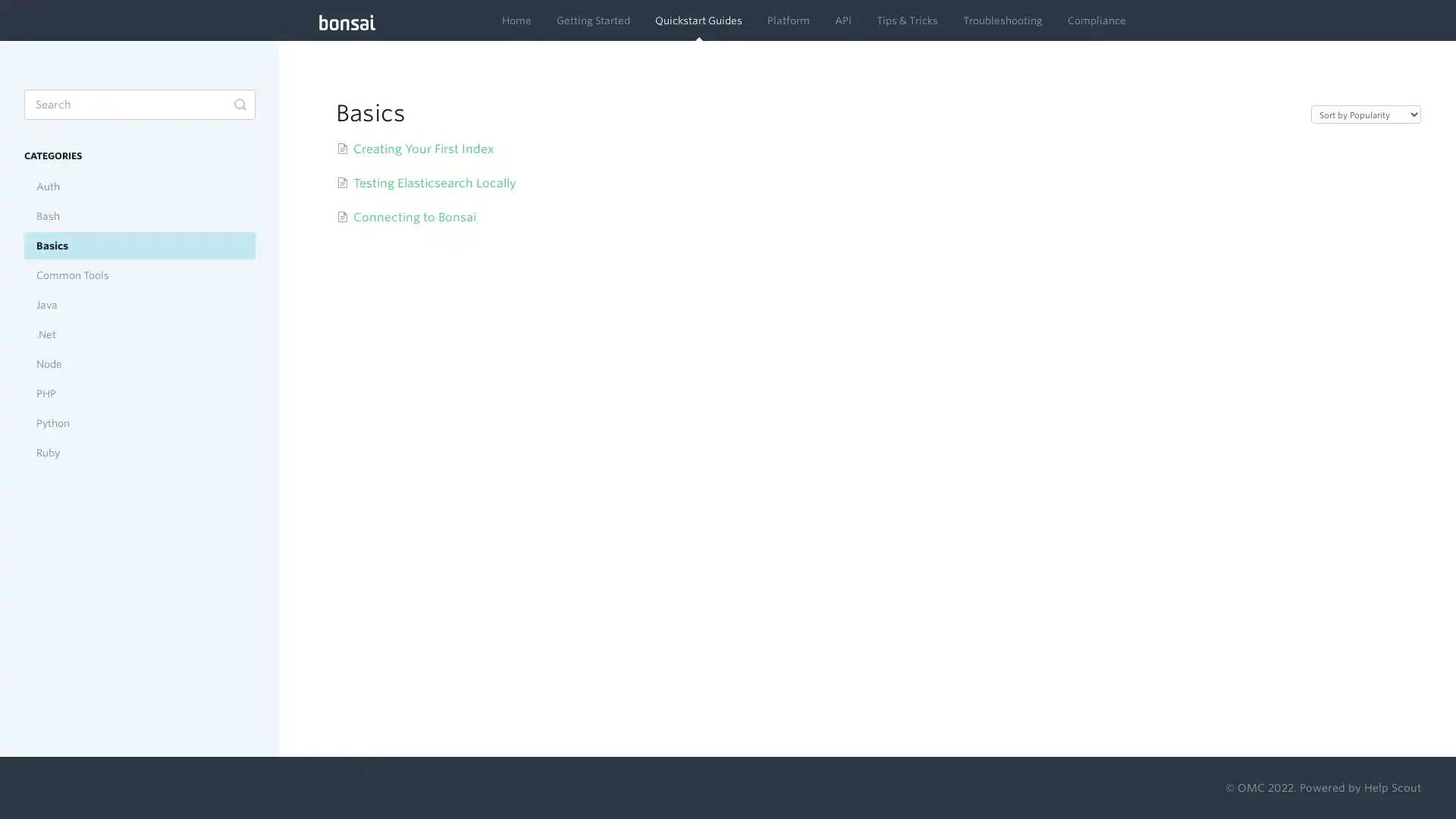  What do you see at coordinates (239, 104) in the screenshot?
I see `Toggle Search` at bounding box center [239, 104].